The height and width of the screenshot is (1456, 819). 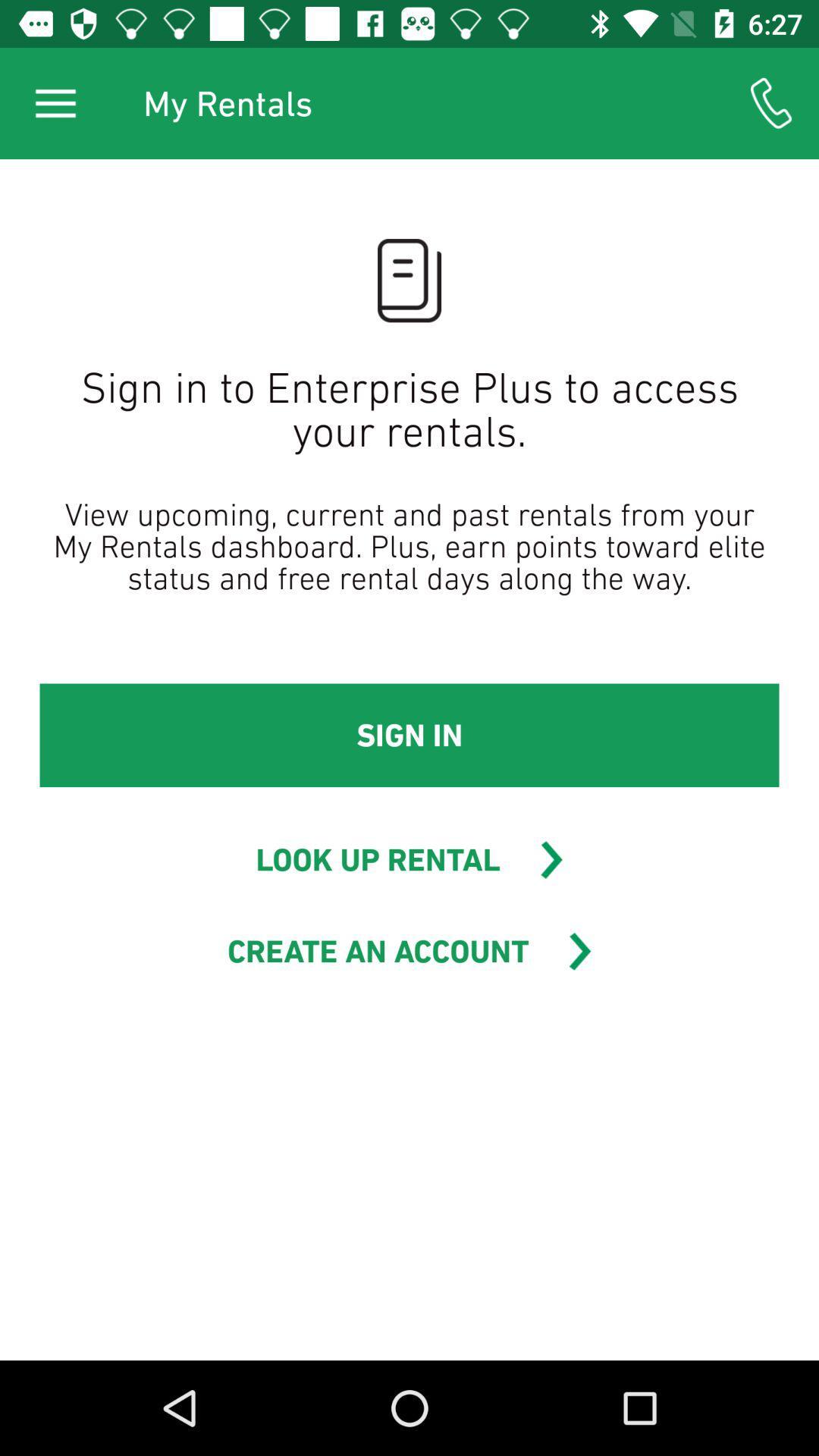 What do you see at coordinates (771, 102) in the screenshot?
I see `icon above sign in to item` at bounding box center [771, 102].